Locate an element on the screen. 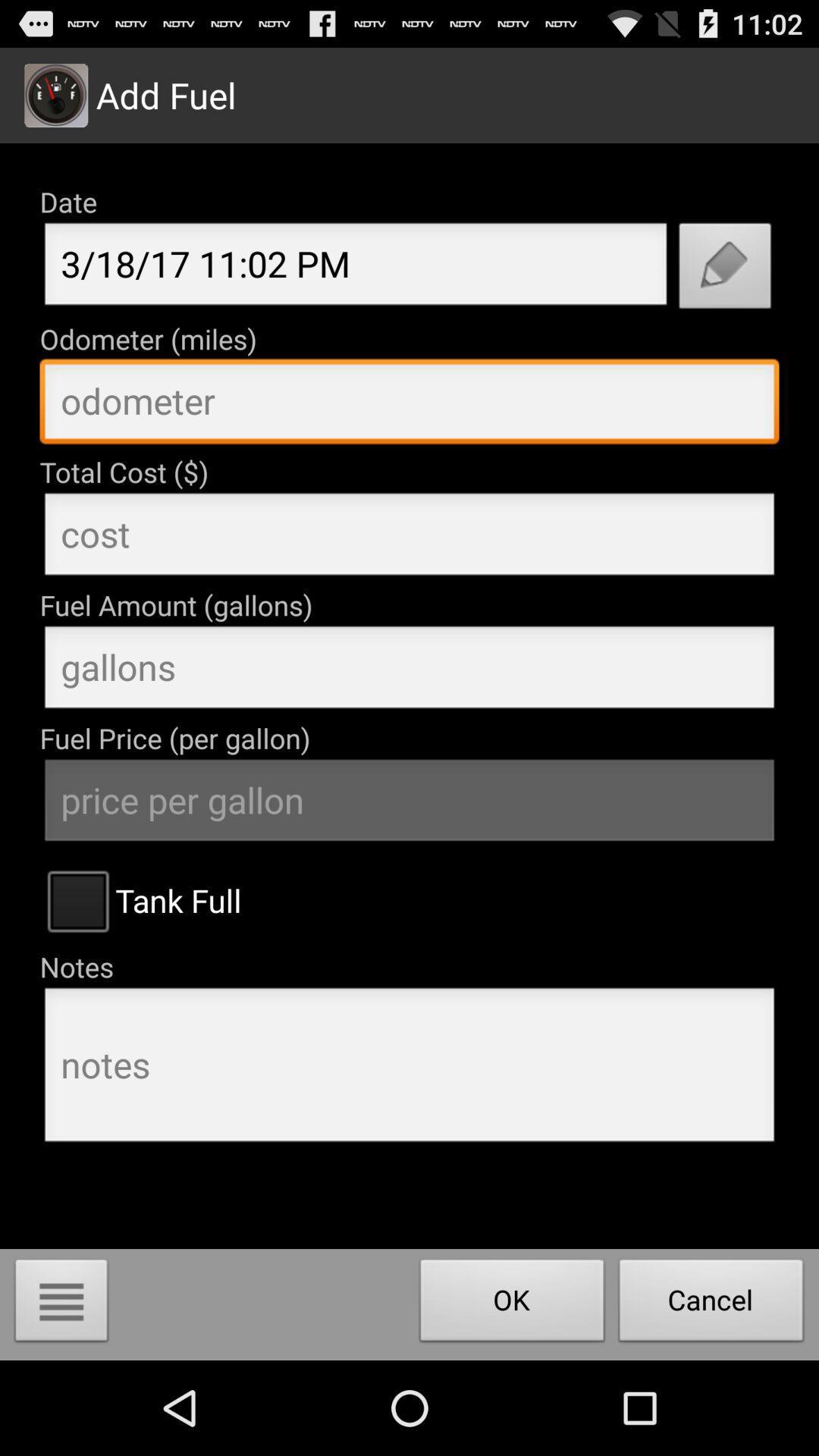  notes is located at coordinates (409, 1068).